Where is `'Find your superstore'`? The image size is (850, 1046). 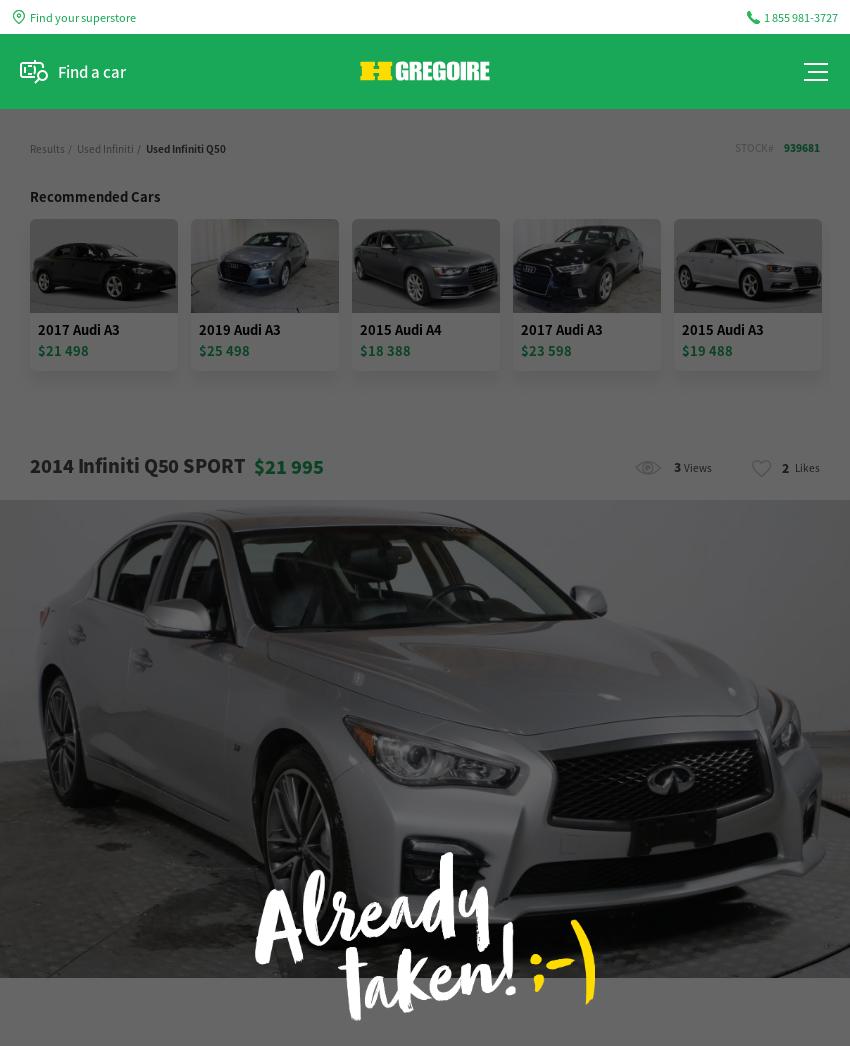 'Find your superstore' is located at coordinates (82, 15).